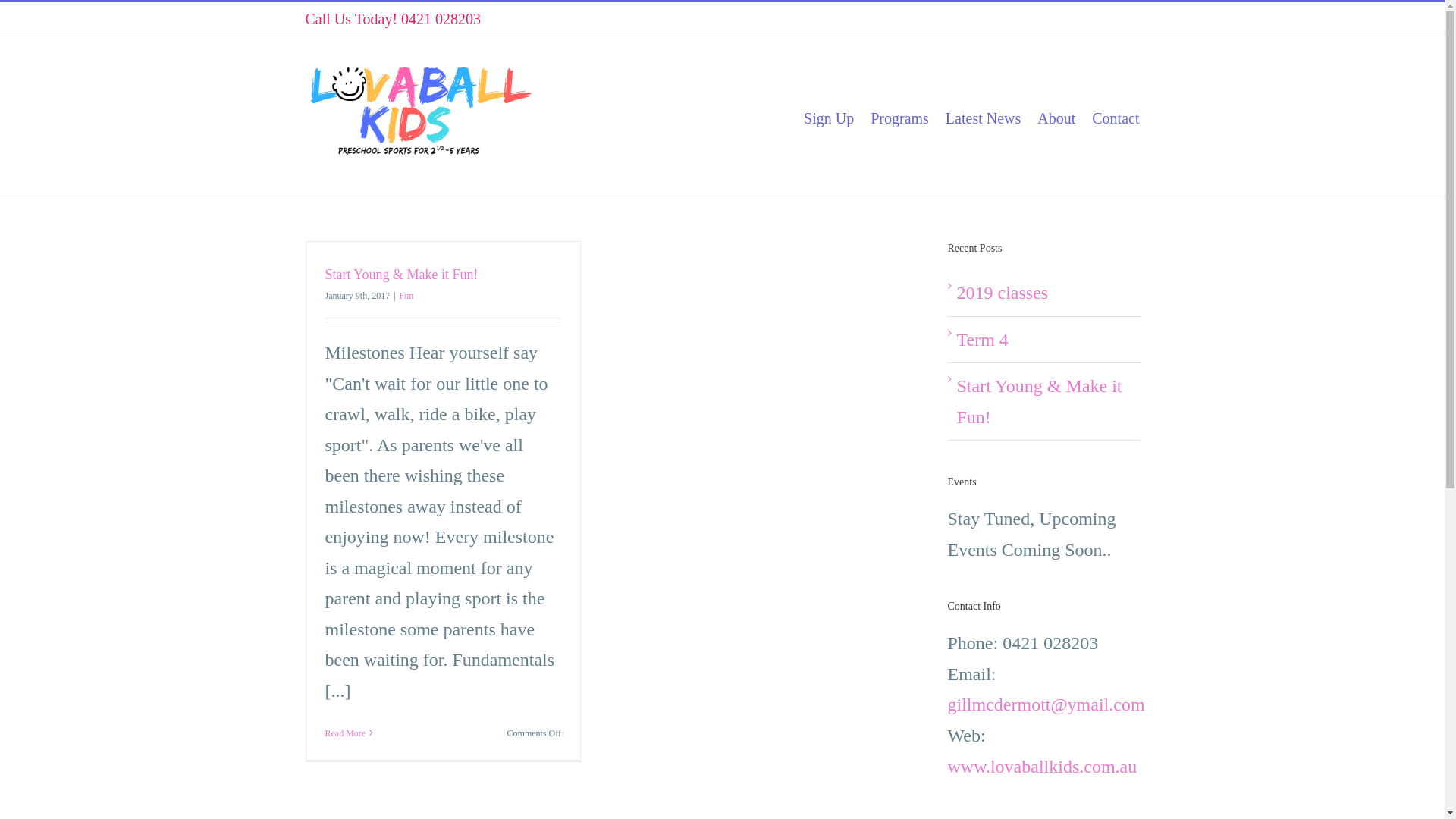 The width and height of the screenshot is (1456, 819). What do you see at coordinates (983, 338) in the screenshot?
I see `'Term 4'` at bounding box center [983, 338].